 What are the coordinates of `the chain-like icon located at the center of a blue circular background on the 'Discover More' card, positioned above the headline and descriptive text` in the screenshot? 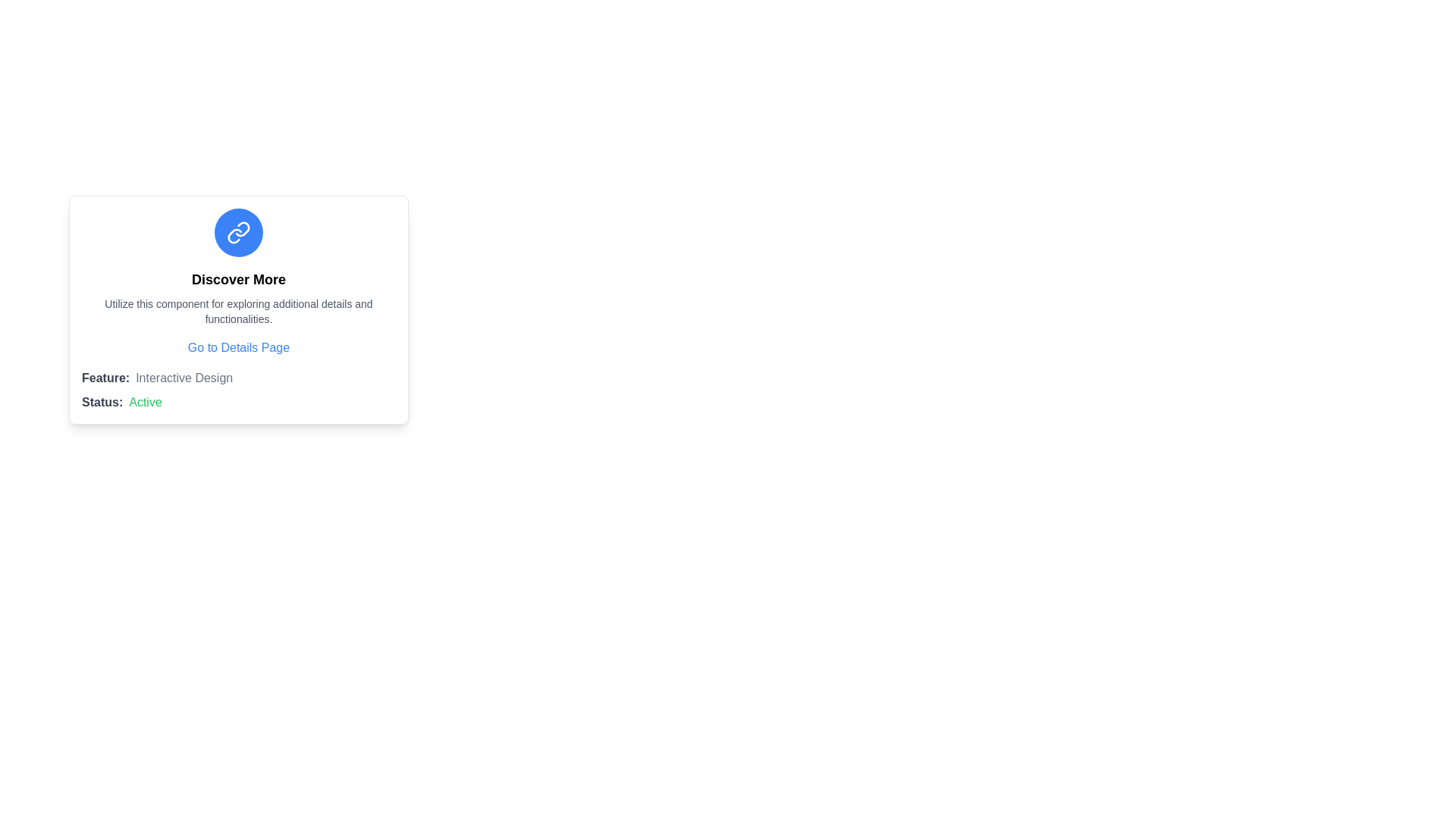 It's located at (238, 233).